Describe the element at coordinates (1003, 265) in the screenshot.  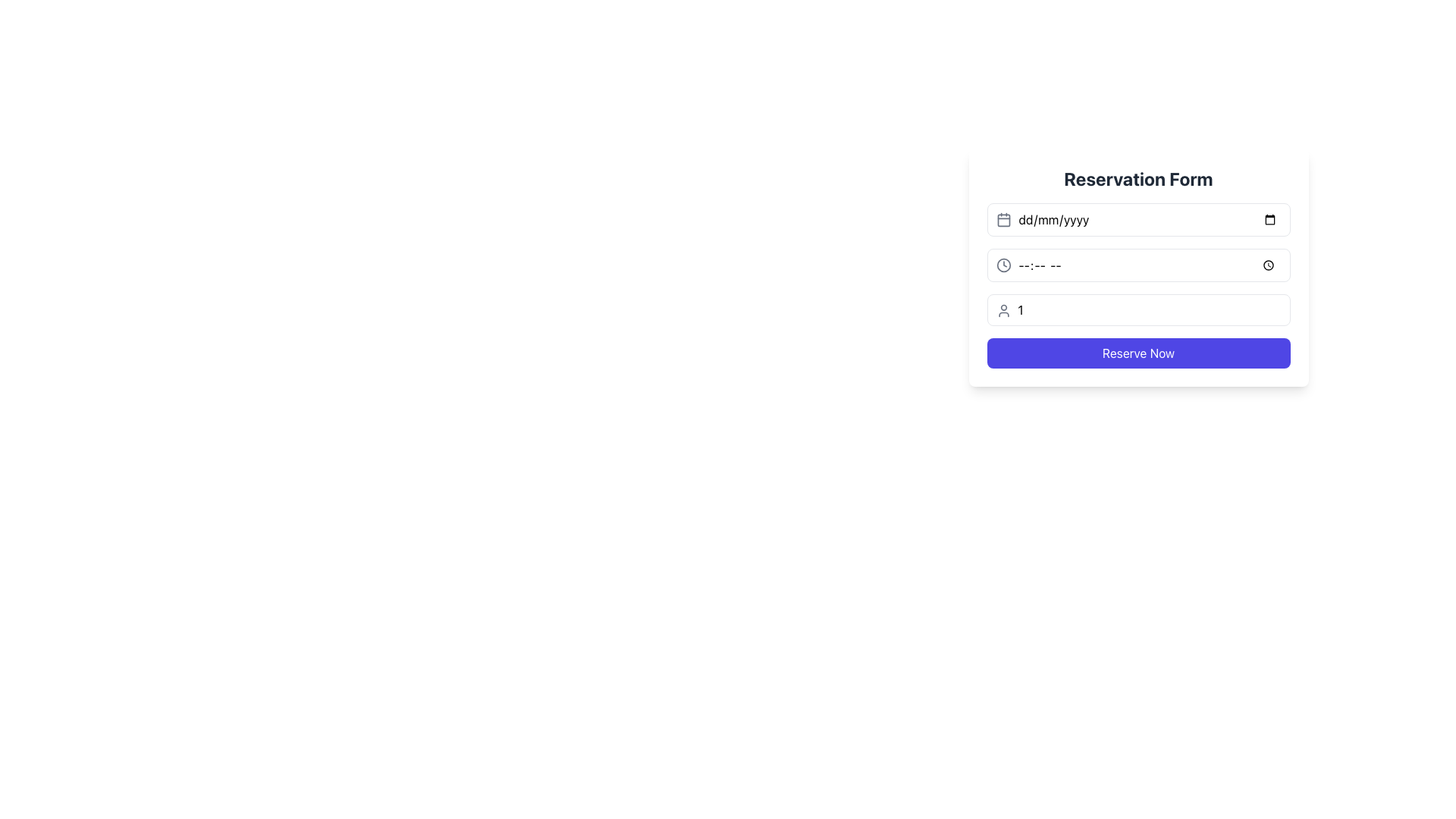
I see `the circular SVG component that is part of the clock icon located on the left side of the second row of fields in the form` at that location.